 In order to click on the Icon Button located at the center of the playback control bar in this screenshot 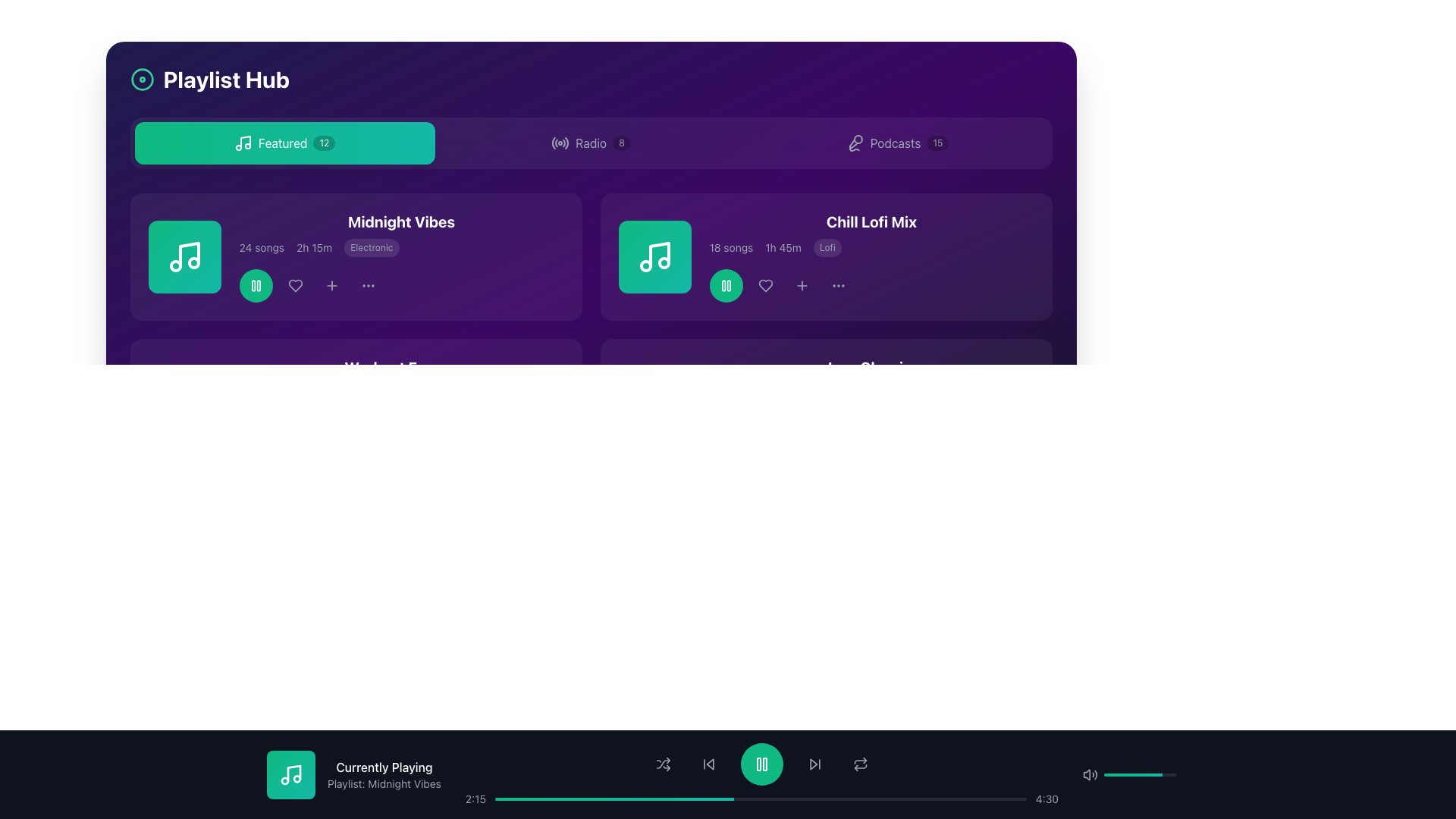, I will do `click(761, 764)`.